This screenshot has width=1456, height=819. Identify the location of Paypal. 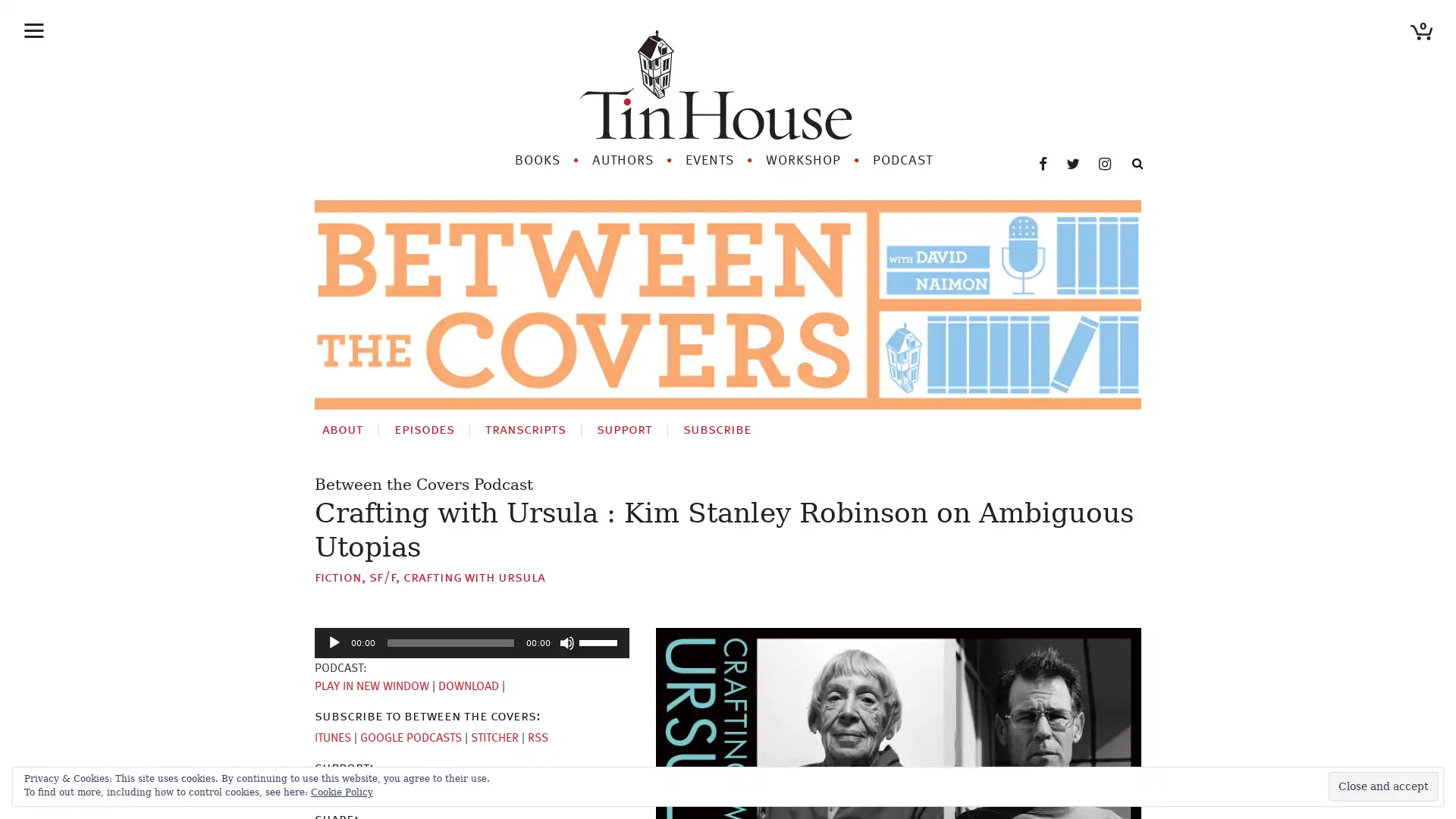
(388, 789).